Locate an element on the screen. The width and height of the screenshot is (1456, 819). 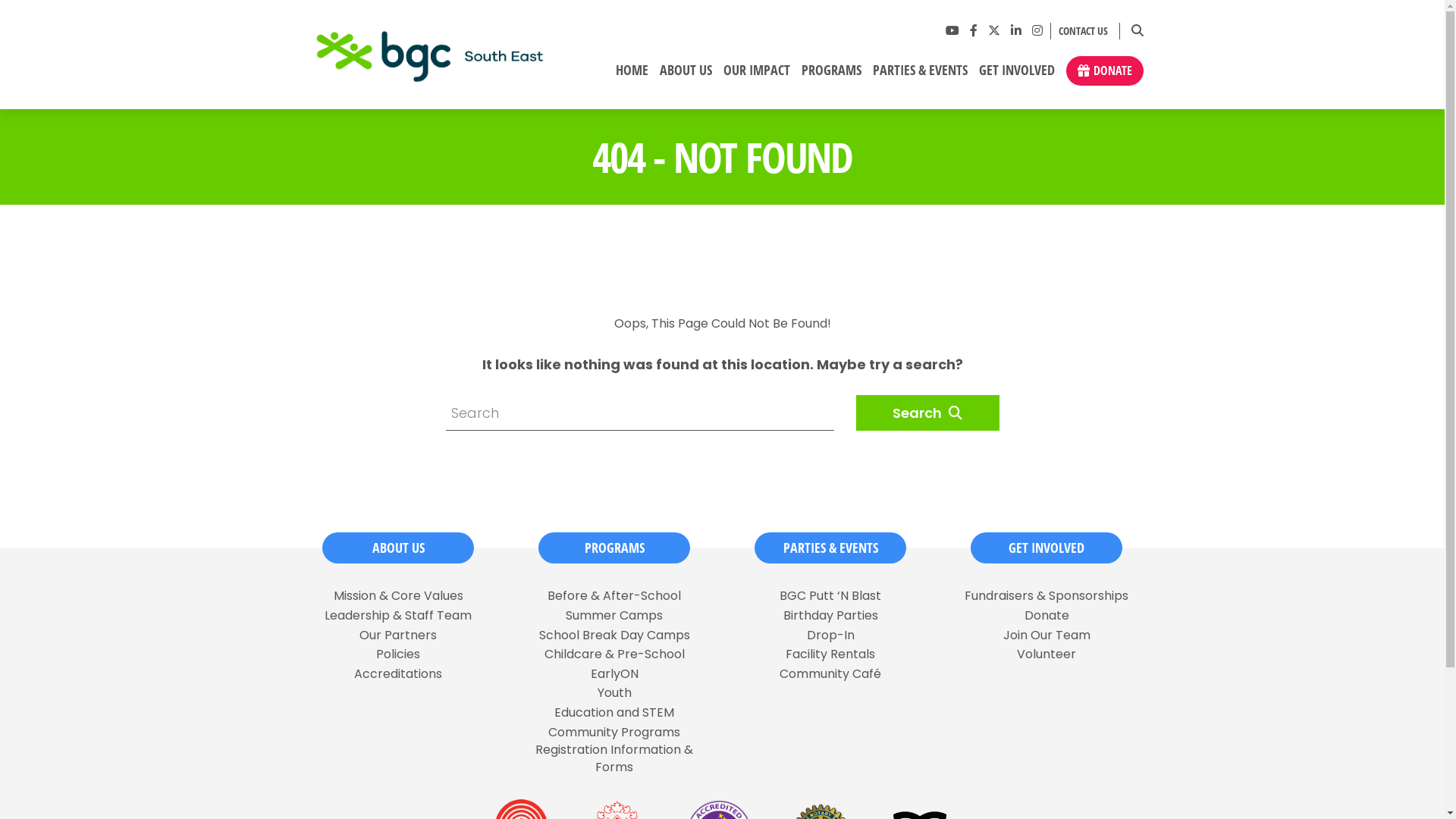
'DONATE' is located at coordinates (1105, 71).